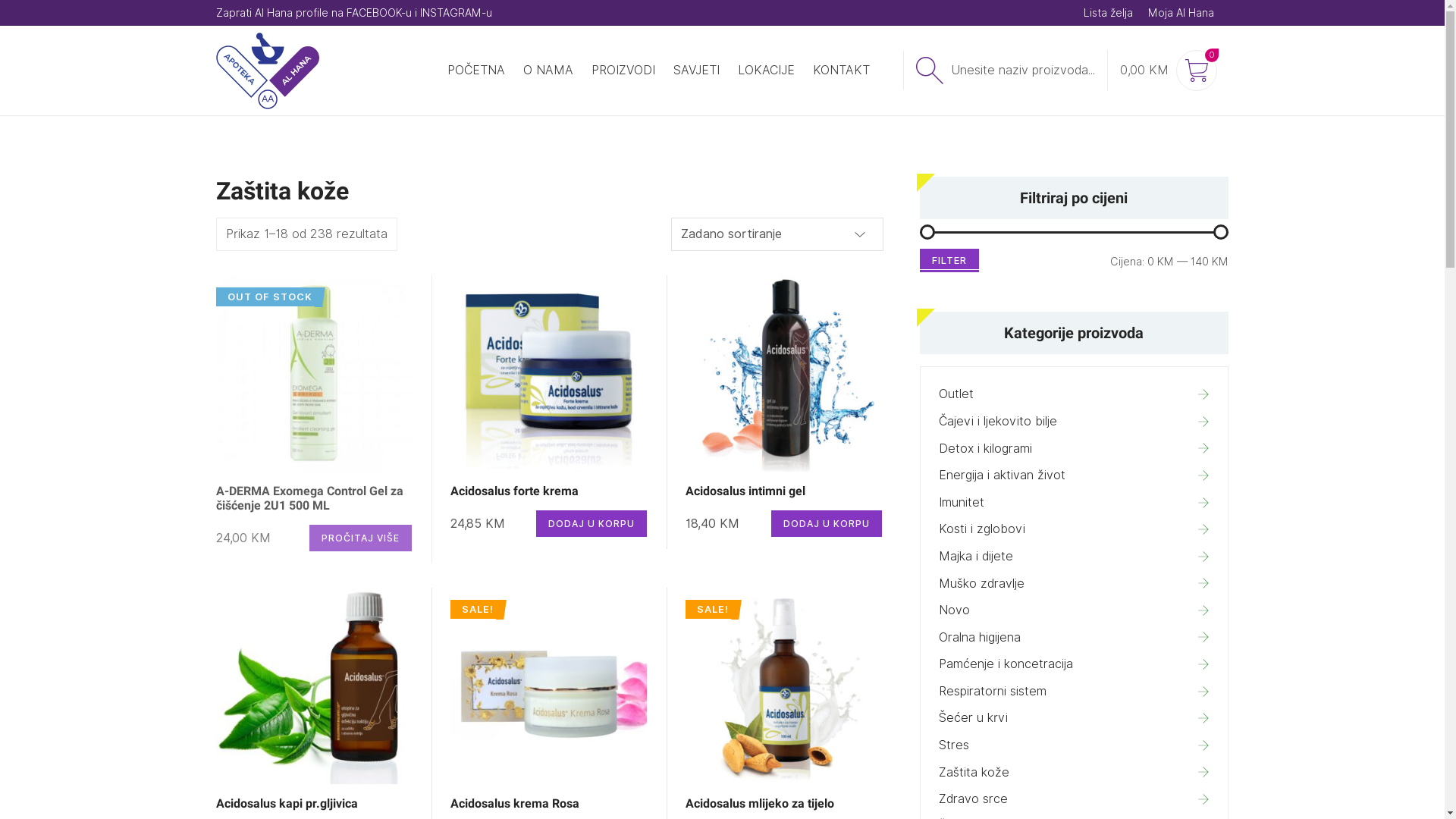  I want to click on 'INSTAGRAM-u', so click(419, 12).